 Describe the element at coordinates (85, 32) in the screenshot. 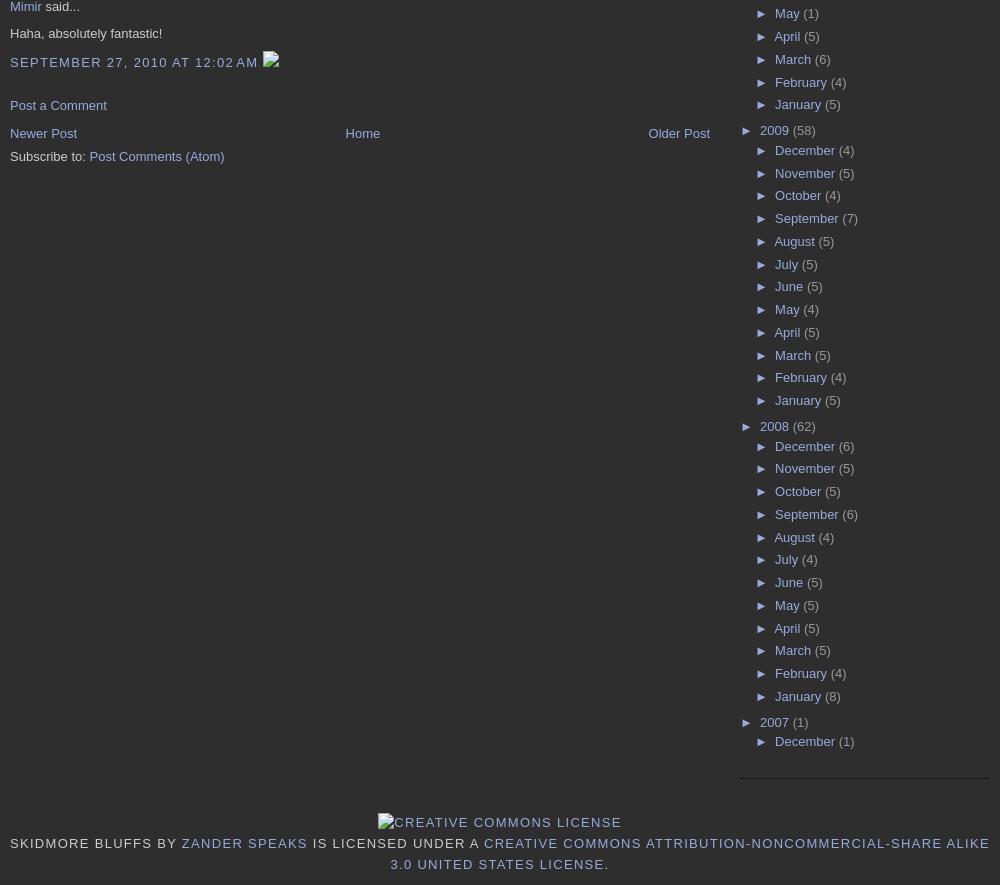

I see `'Haha, absolutely fantastic!'` at that location.